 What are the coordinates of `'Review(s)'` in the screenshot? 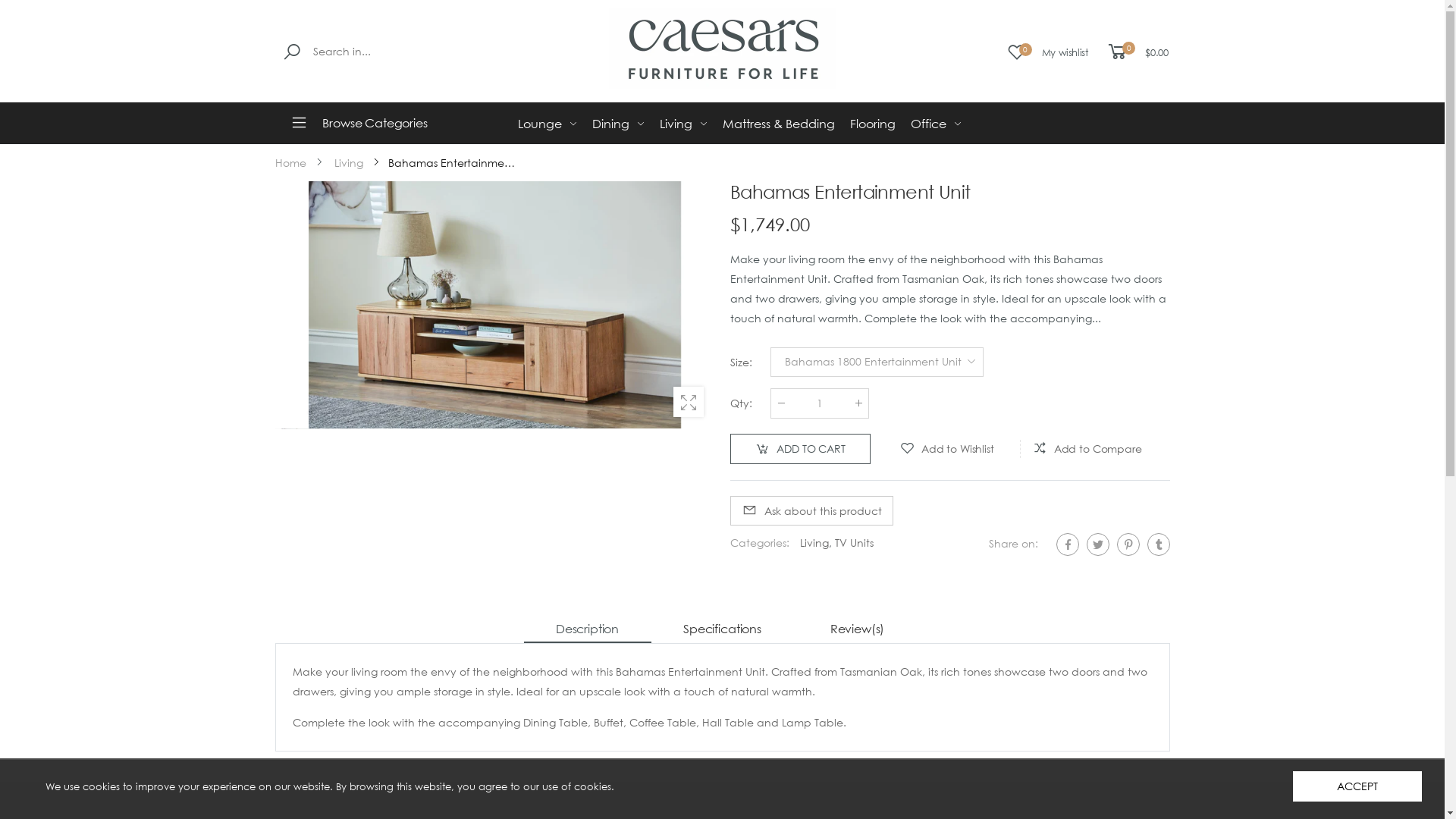 It's located at (856, 629).